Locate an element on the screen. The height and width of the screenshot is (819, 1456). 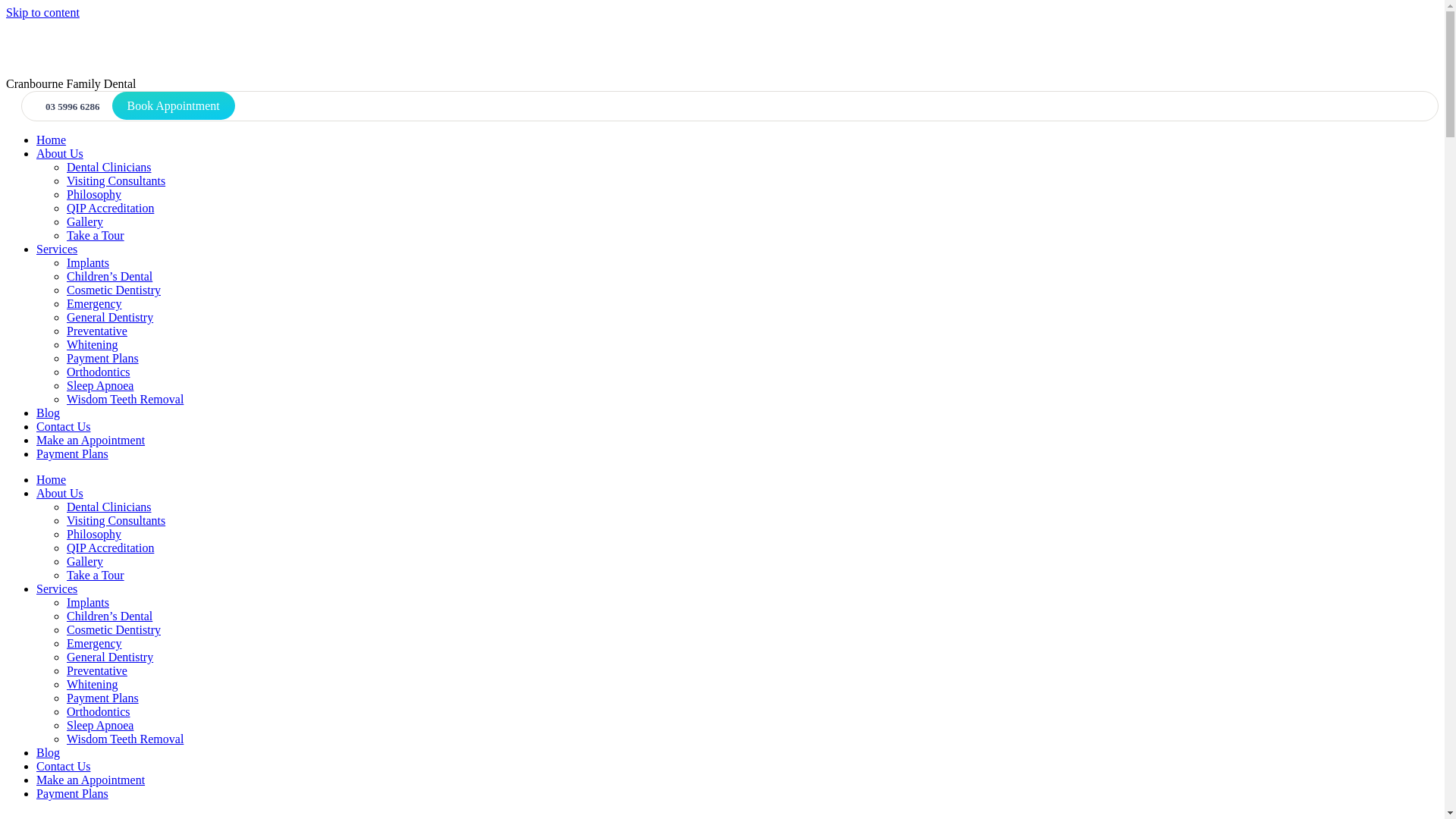
'Cosmetic Dentistry' is located at coordinates (112, 290).